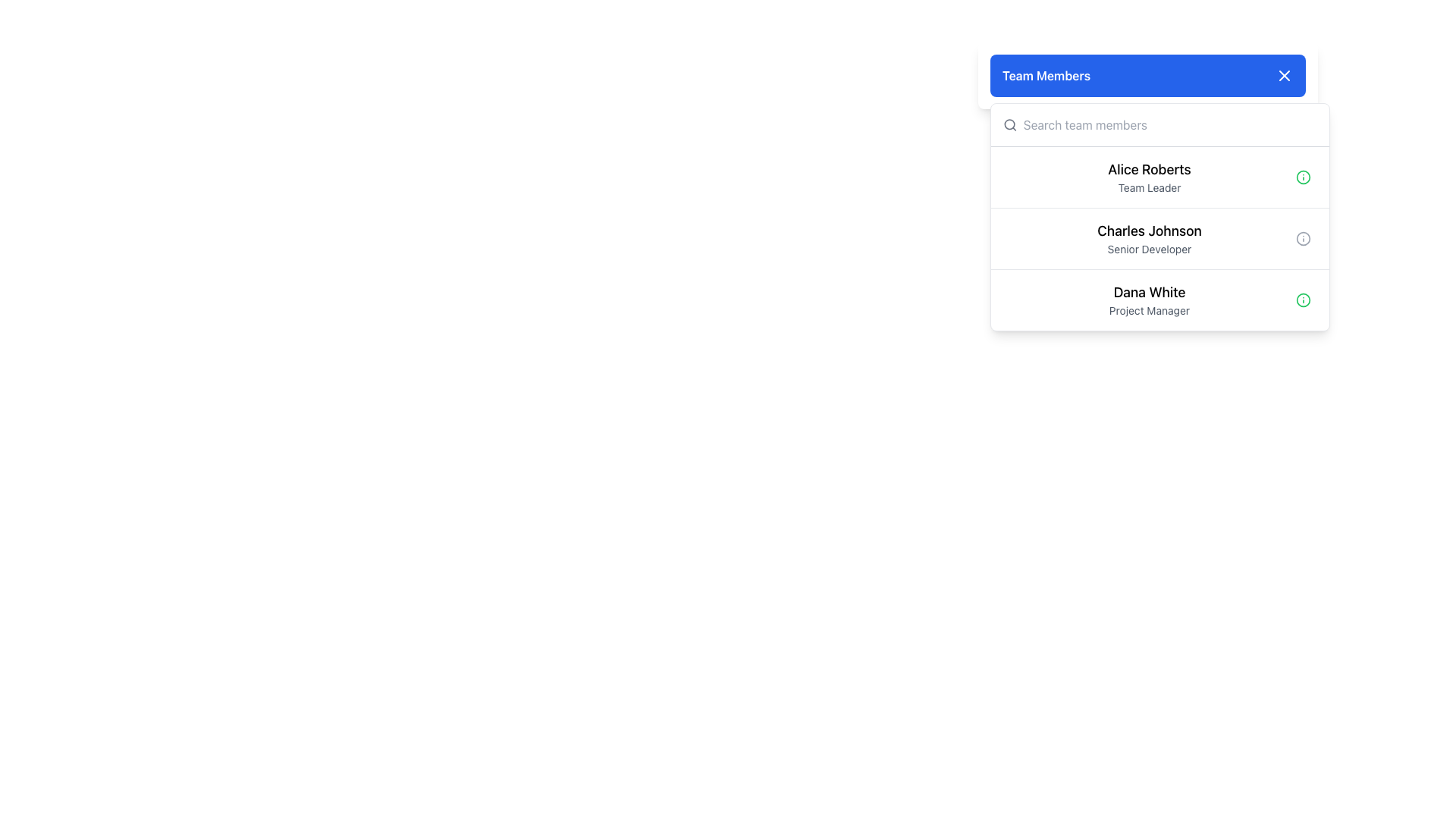 Image resolution: width=1456 pixels, height=819 pixels. I want to click on the text label displaying 'Alice Roberts', which identifies this entry in the 'Team Members' list, so click(1150, 169).